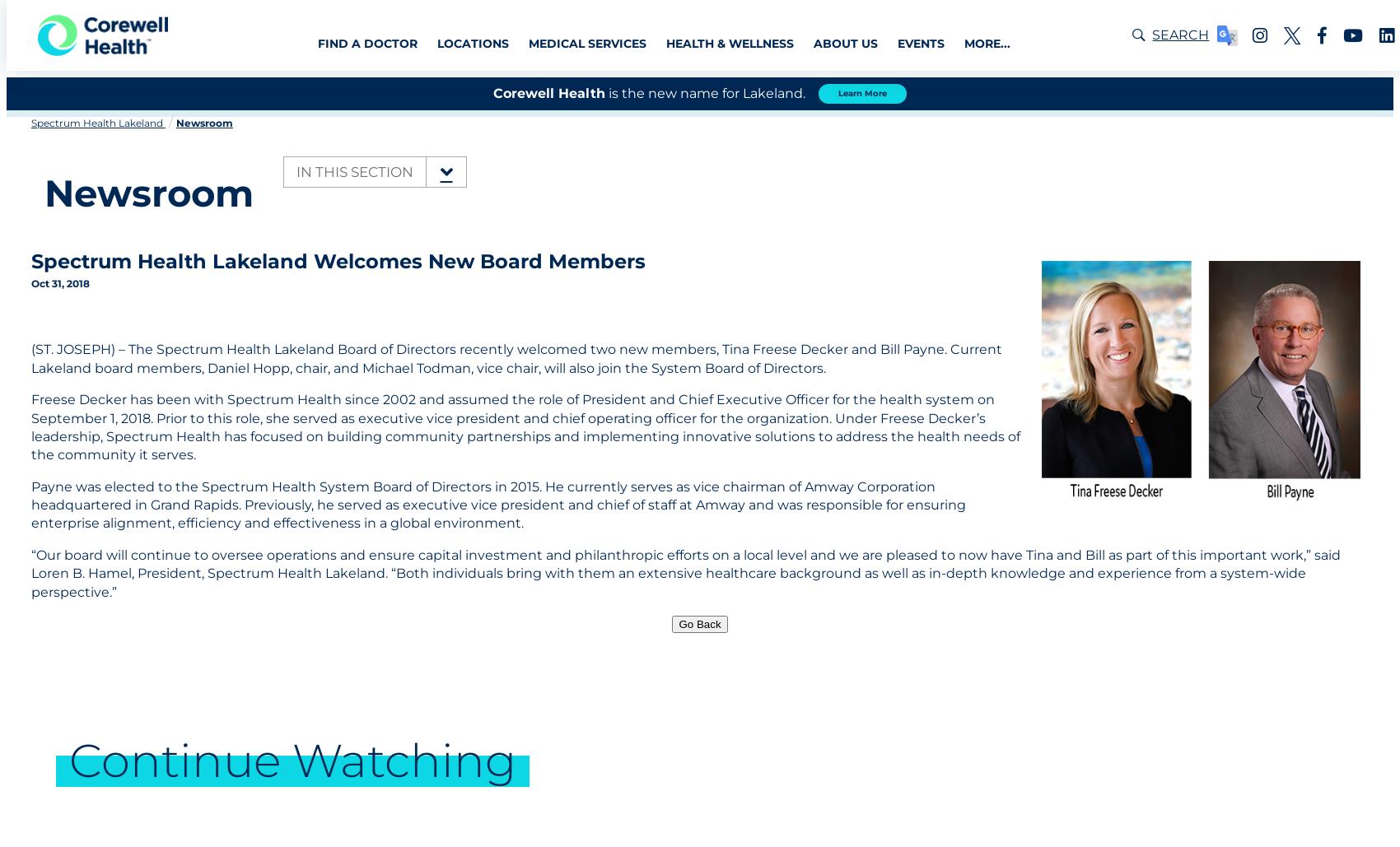  What do you see at coordinates (68, 760) in the screenshot?
I see `'Continue Watching'` at bounding box center [68, 760].